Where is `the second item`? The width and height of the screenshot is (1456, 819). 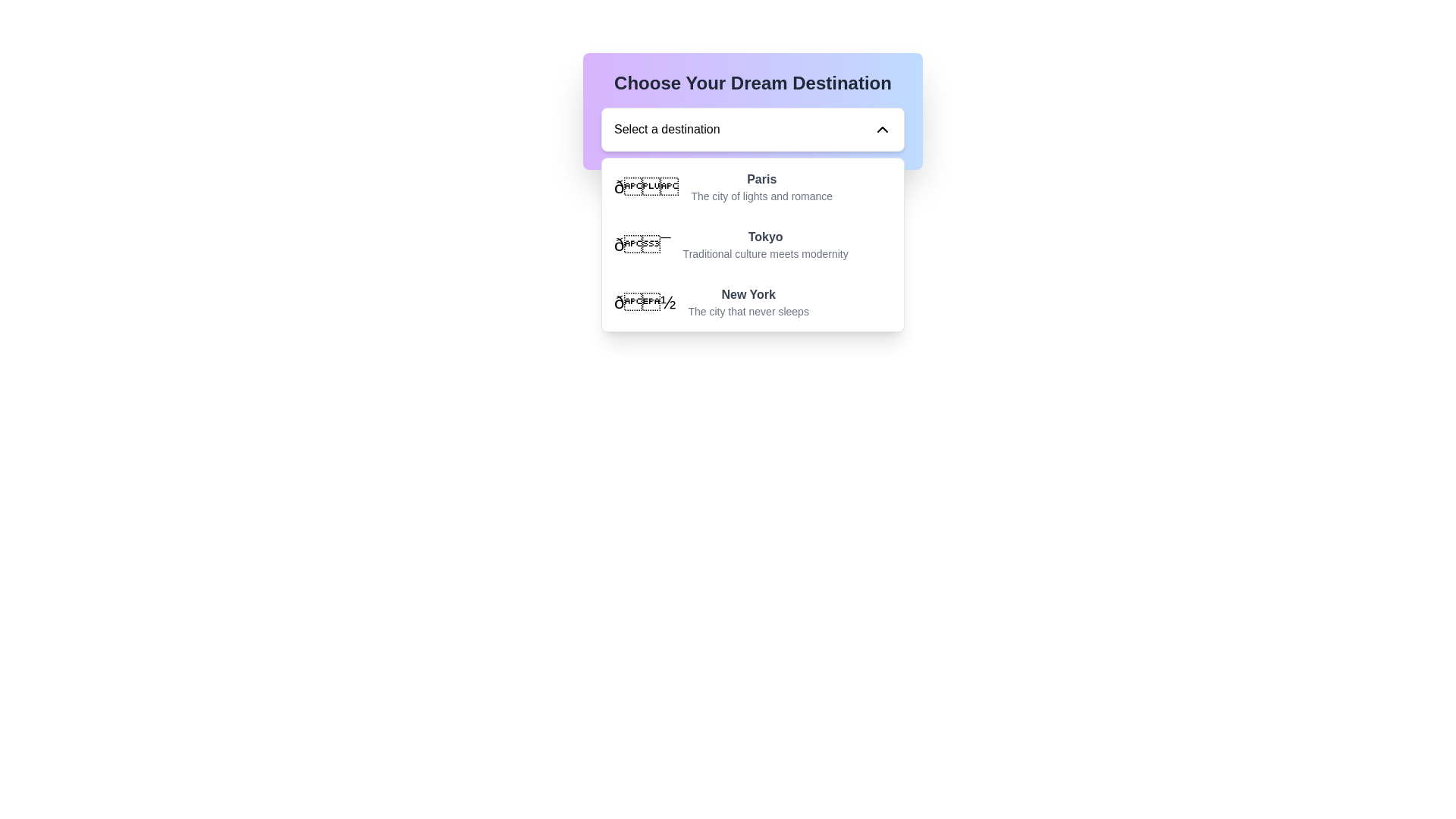 the second item is located at coordinates (753, 244).